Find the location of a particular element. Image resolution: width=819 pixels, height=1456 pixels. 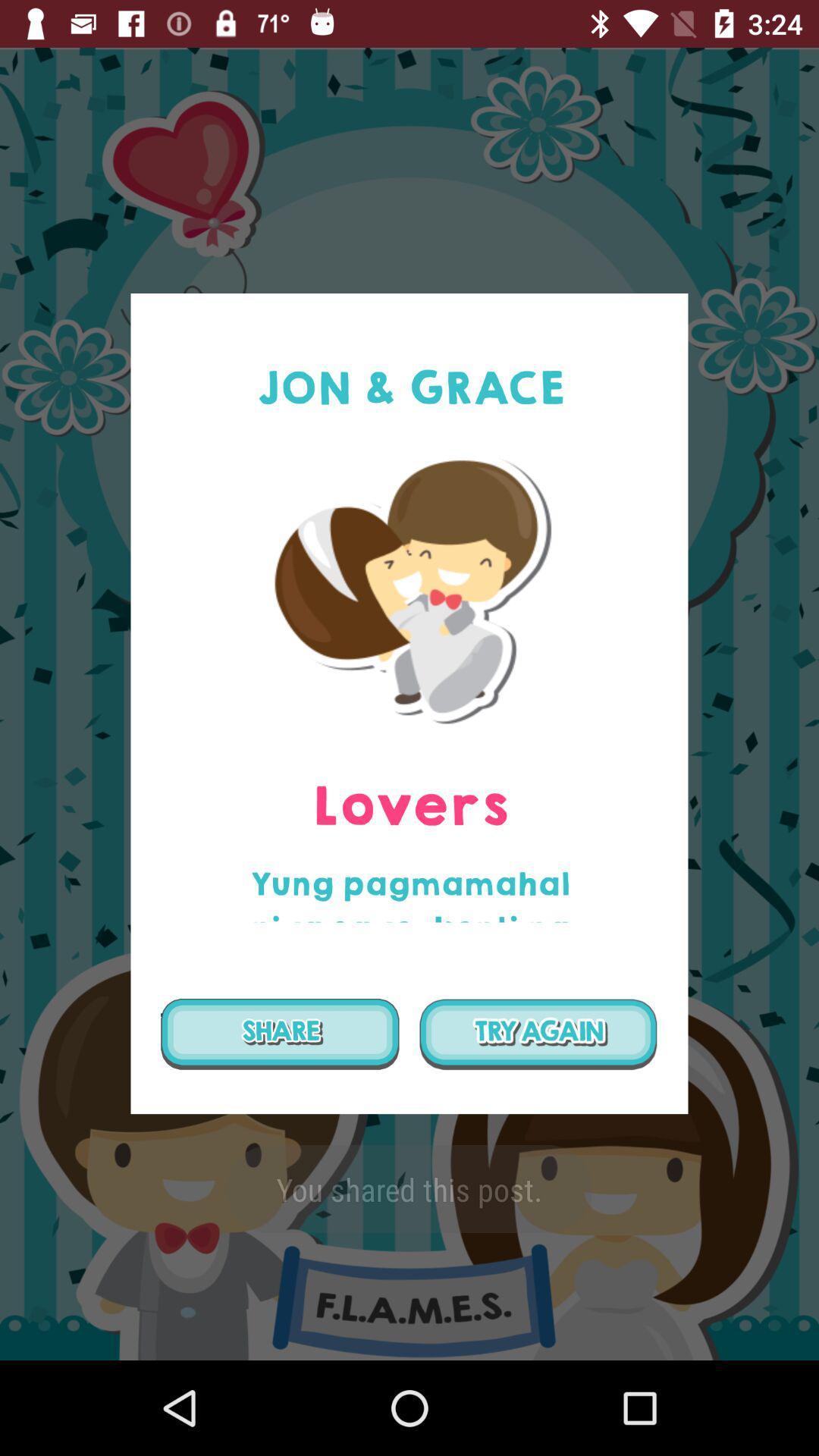

try again is located at coordinates (538, 1033).